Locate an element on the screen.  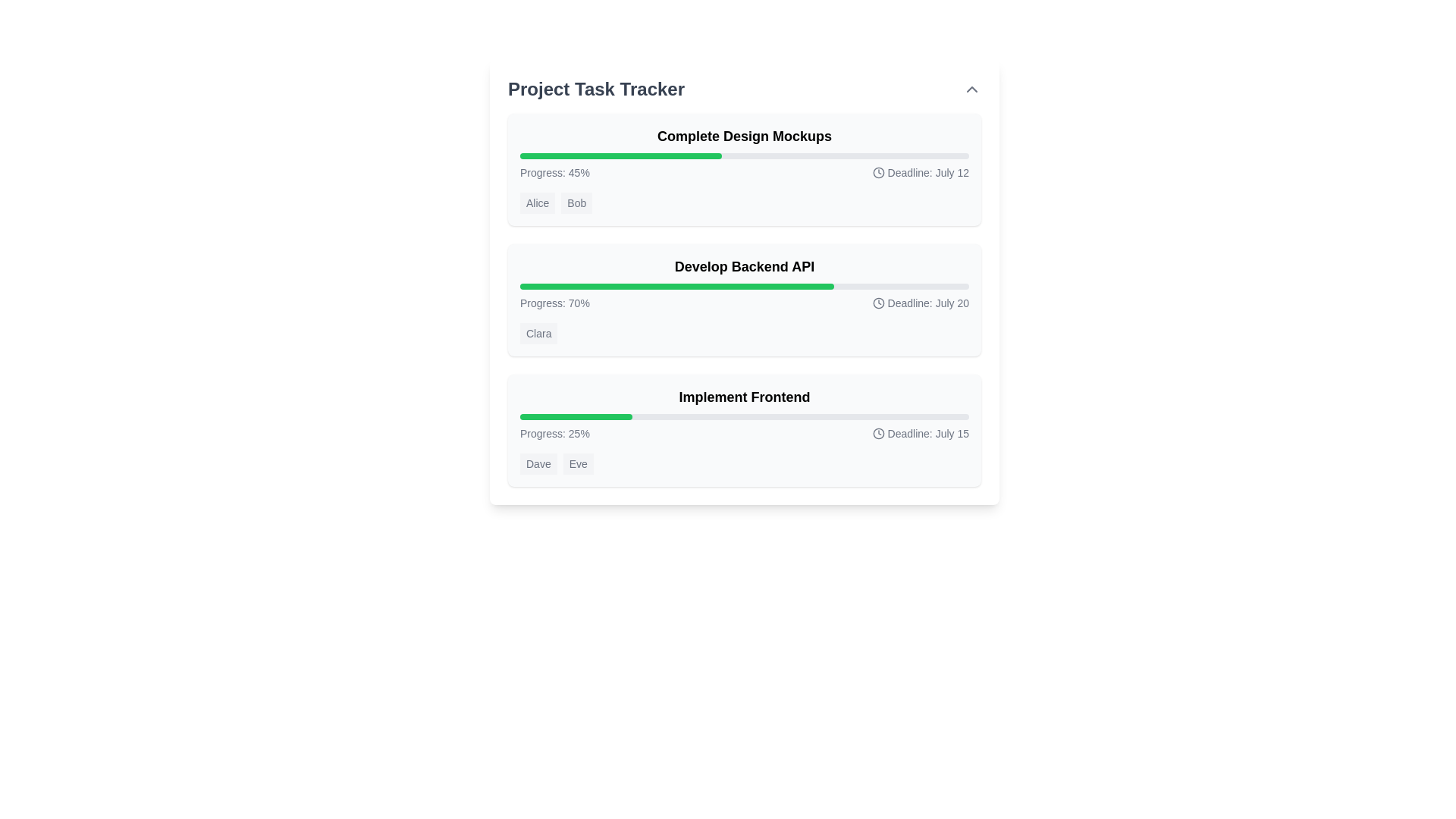
the clock icon representing the deadline information, located to the left of the text 'Deadline: July 20' in the second task card labeled 'Develop Backend API' is located at coordinates (878, 303).